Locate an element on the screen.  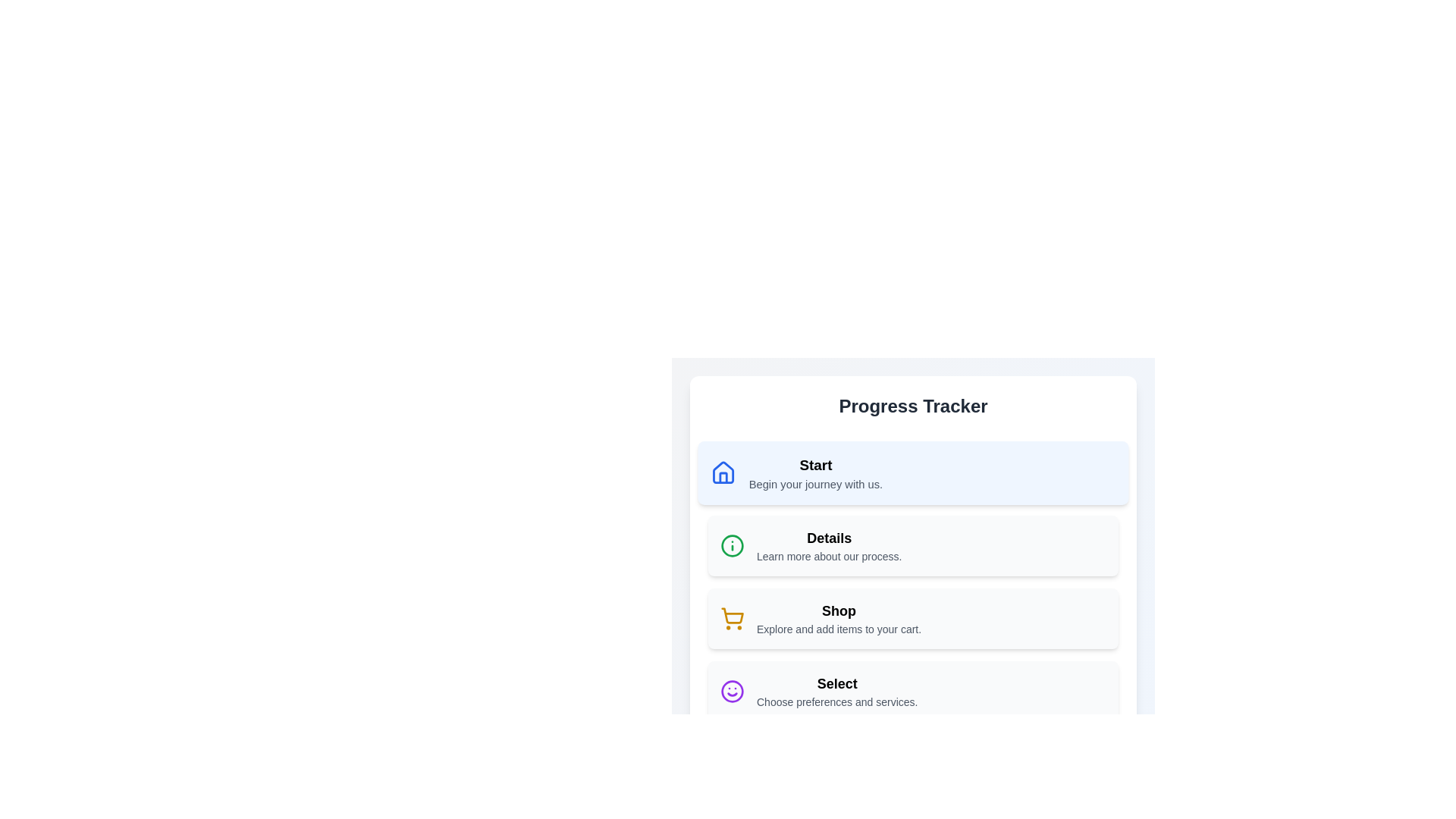
the circular green information icon located in the 'Details' section, positioned to the left of the text 'Details Learn more about our process.' is located at coordinates (732, 546).